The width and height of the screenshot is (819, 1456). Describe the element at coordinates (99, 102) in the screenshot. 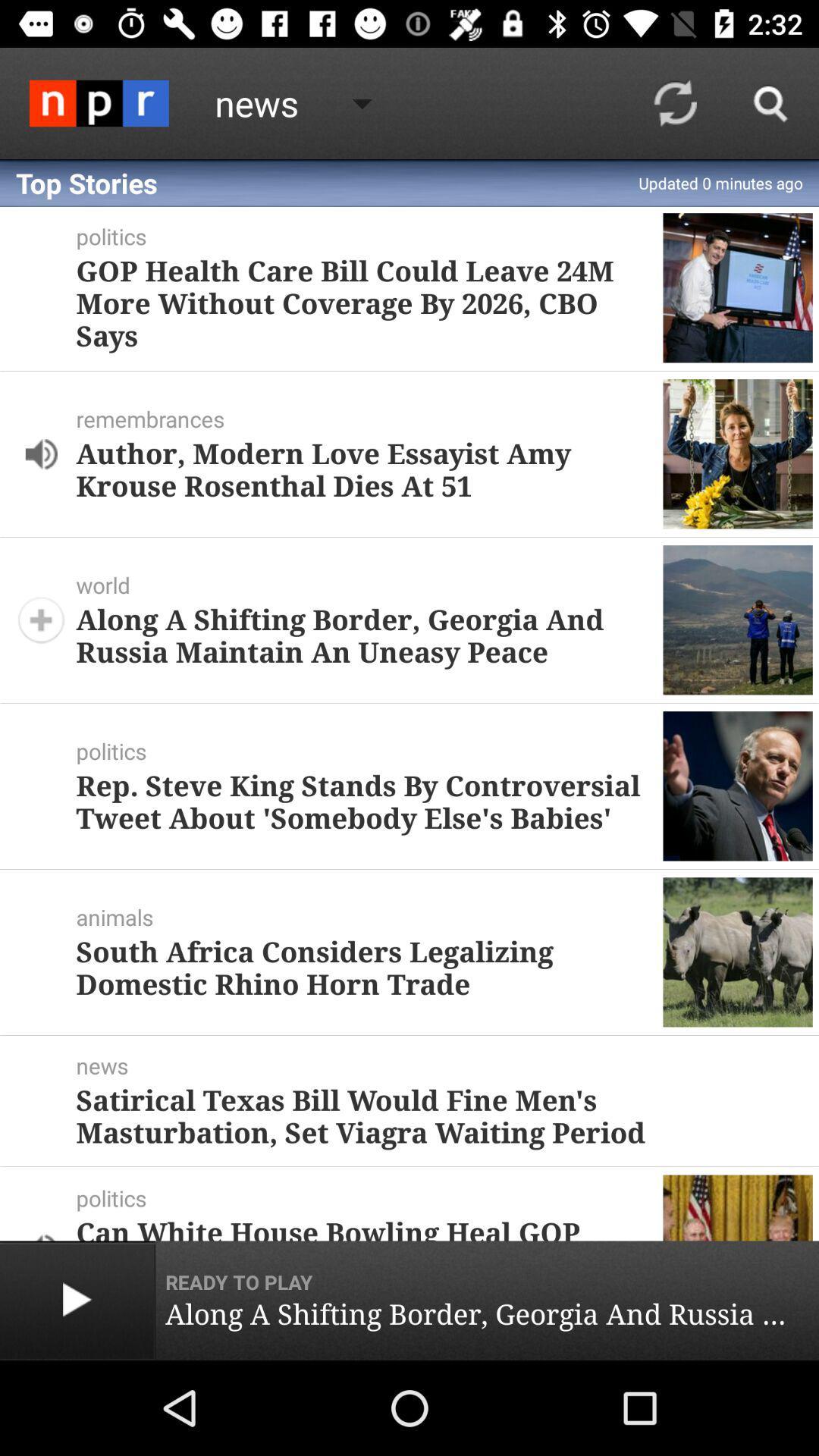

I see `the item to the left of the news icon` at that location.